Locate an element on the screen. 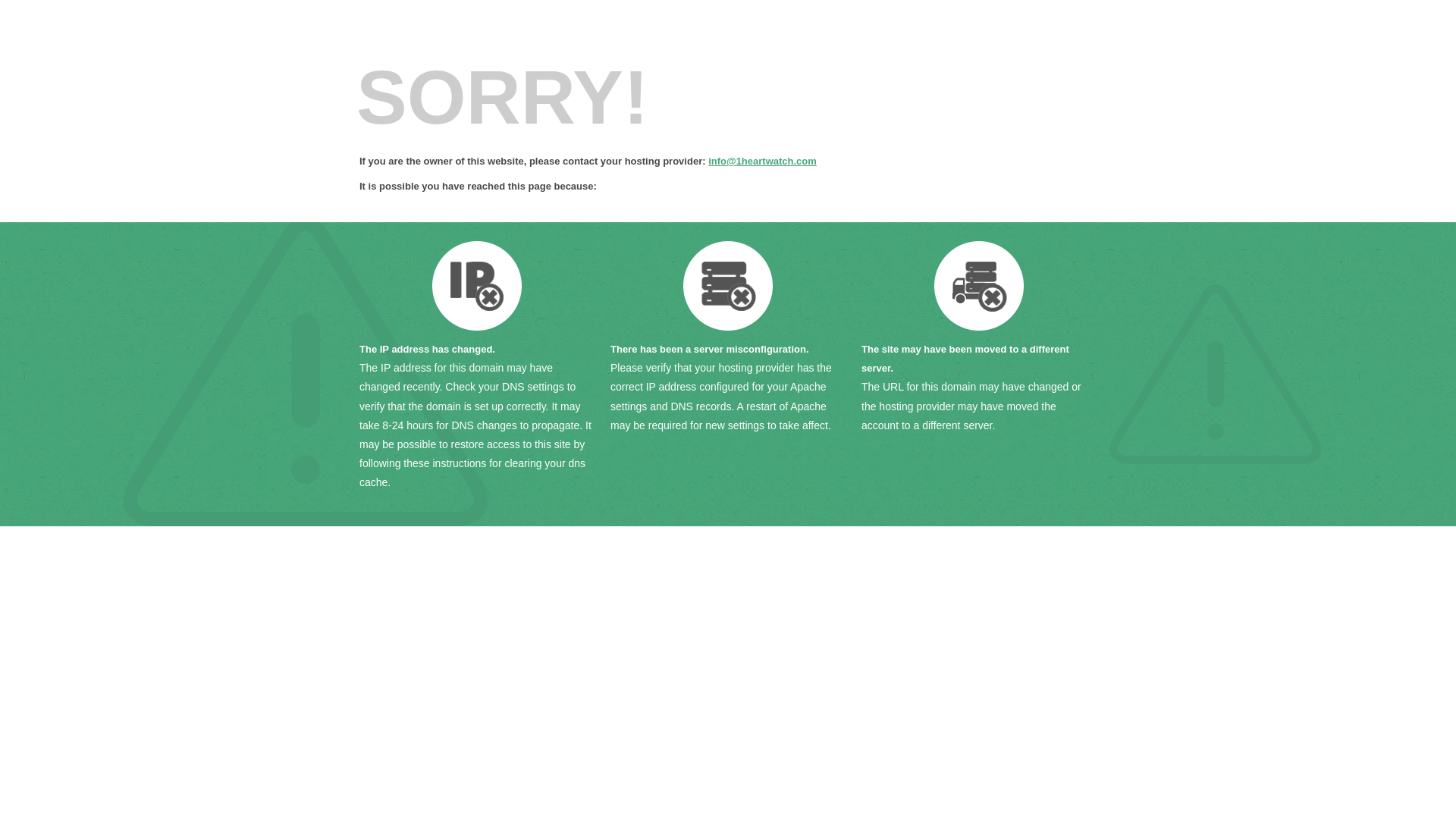  'info@1heartwatch.com' is located at coordinates (762, 161).